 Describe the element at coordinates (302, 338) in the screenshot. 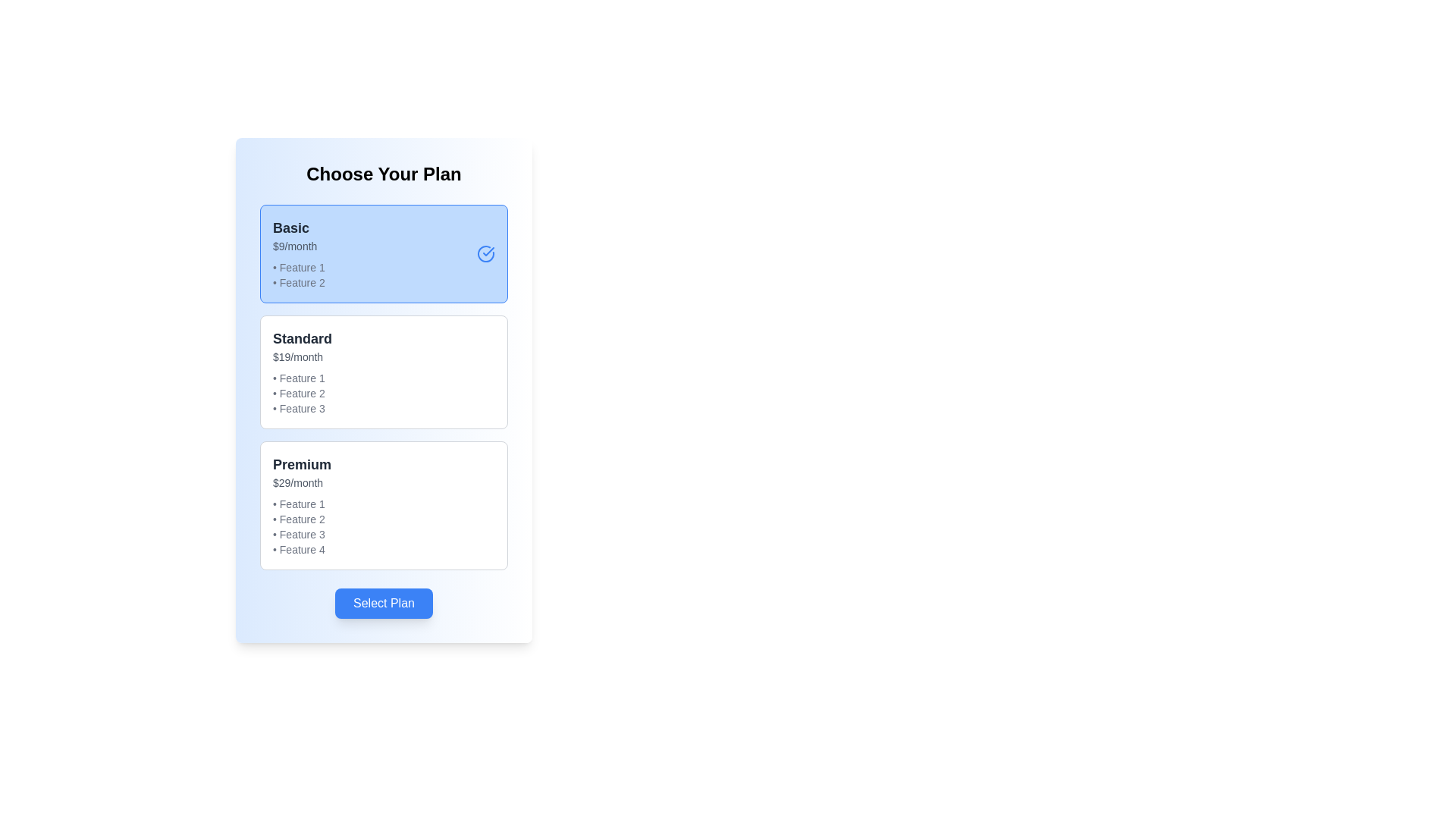

I see `the 'Standard' text label, which serves as a title in the second pricing card, positioned above the '$19/month' text` at that location.